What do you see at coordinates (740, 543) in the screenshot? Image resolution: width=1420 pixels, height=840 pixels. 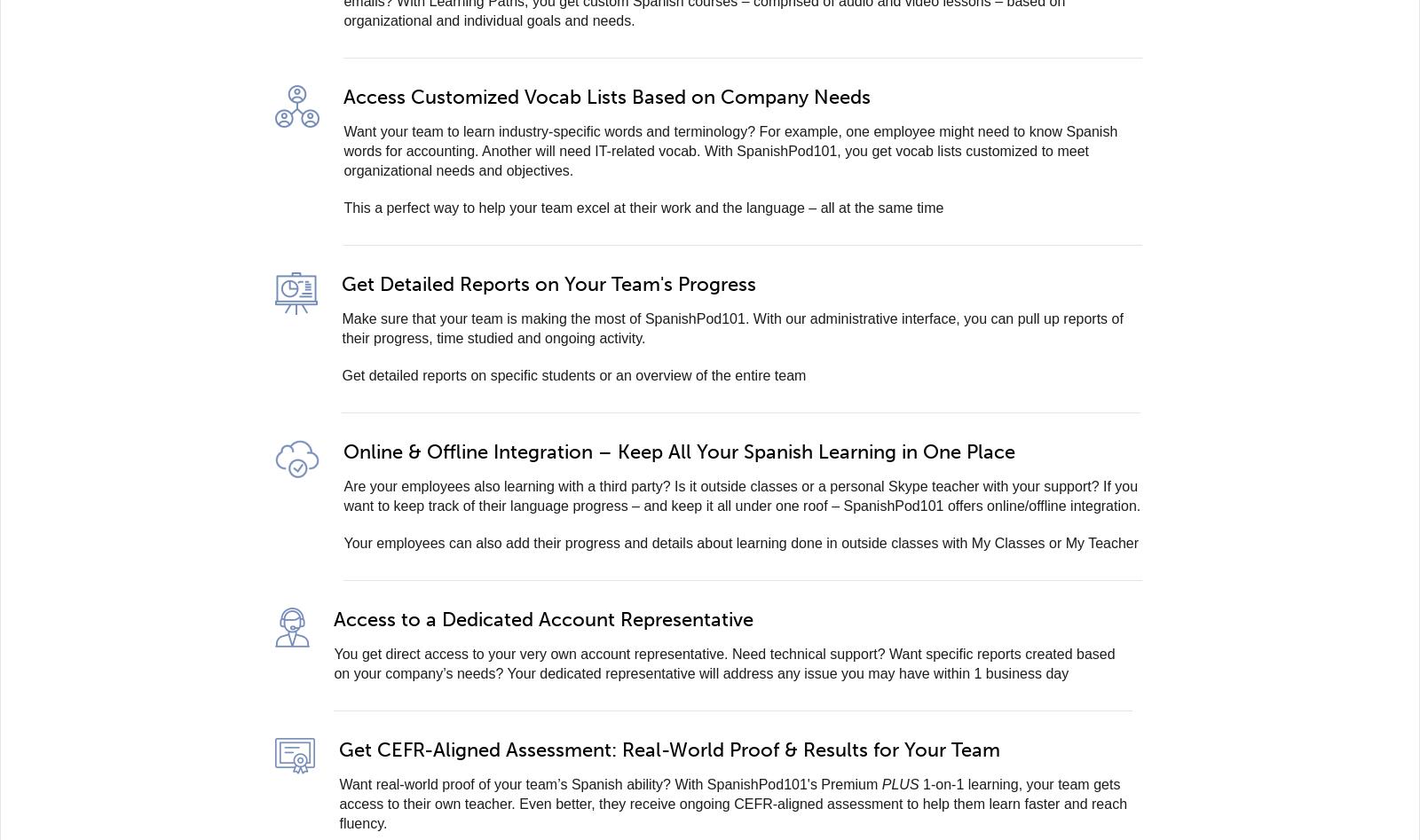 I see `'Your employees can also add their progress and details about learning done in outside classes with My Classes or My Teacher'` at bounding box center [740, 543].